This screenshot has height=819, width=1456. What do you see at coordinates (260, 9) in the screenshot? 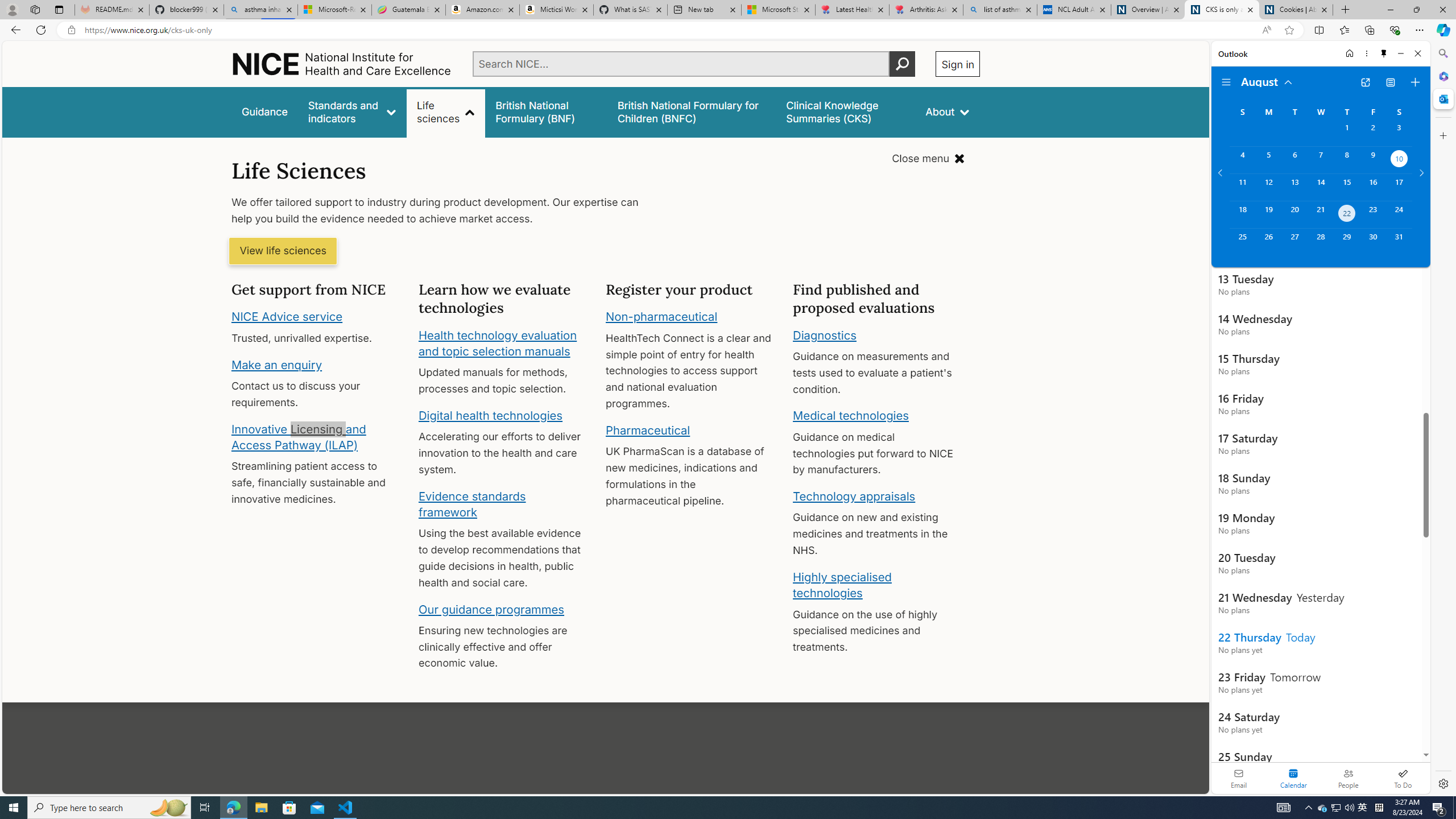
I see `'asthma inhaler - Search'` at bounding box center [260, 9].